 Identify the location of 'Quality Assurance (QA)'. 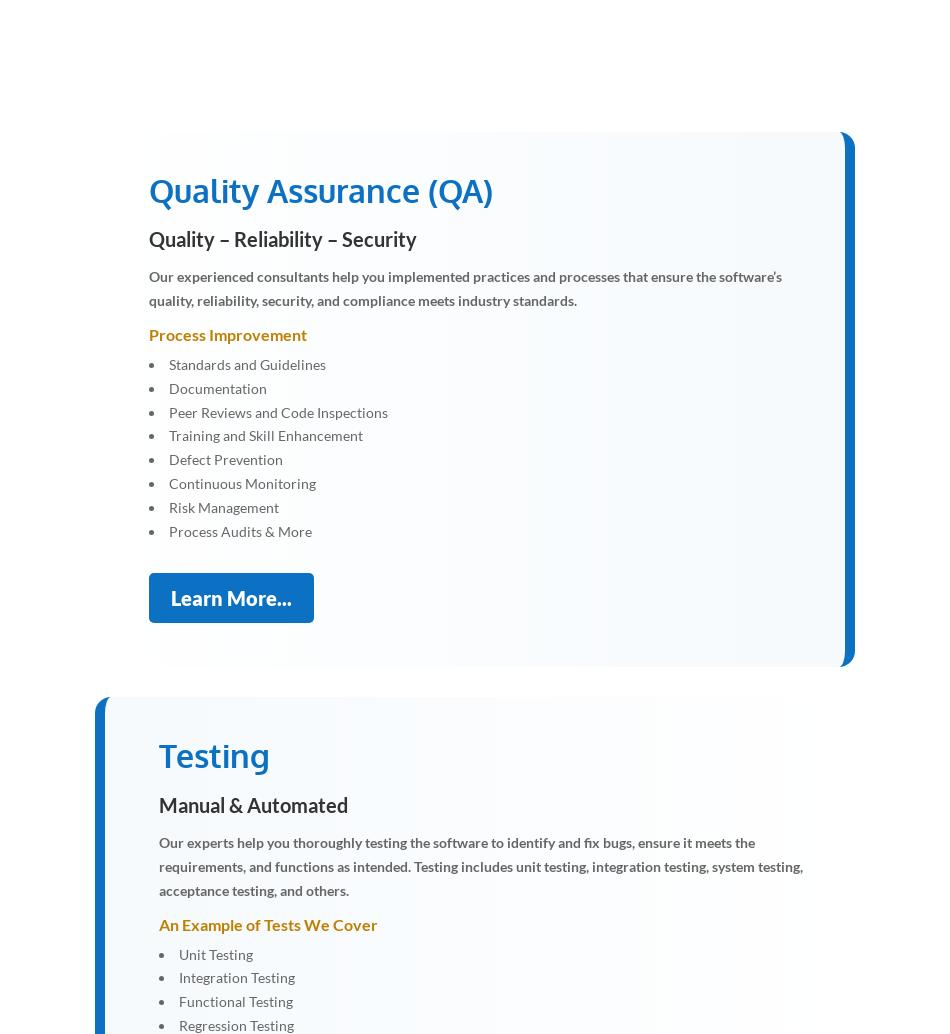
(320, 189).